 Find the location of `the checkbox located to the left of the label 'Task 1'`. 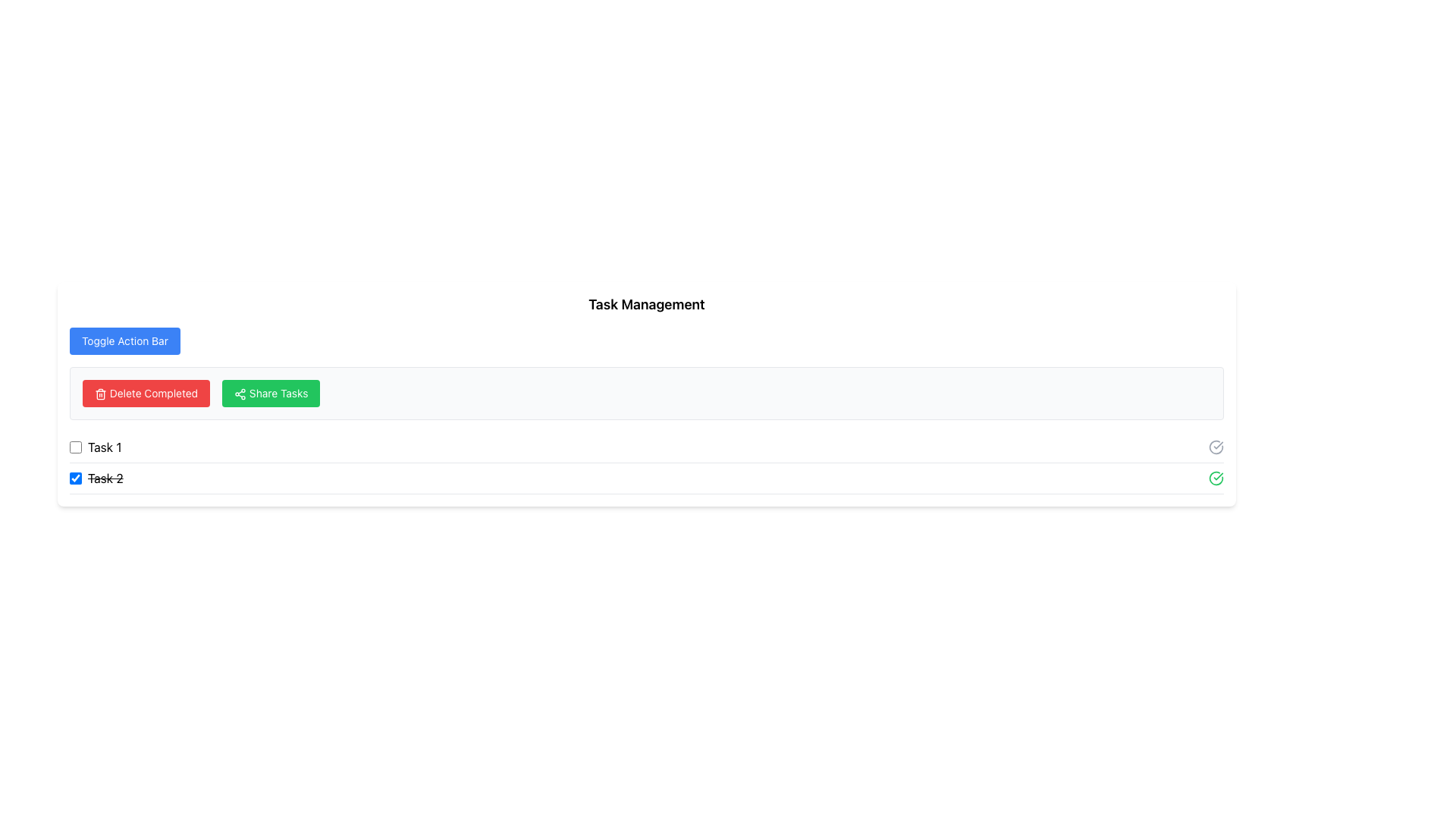

the checkbox located to the left of the label 'Task 1' is located at coordinates (75, 447).